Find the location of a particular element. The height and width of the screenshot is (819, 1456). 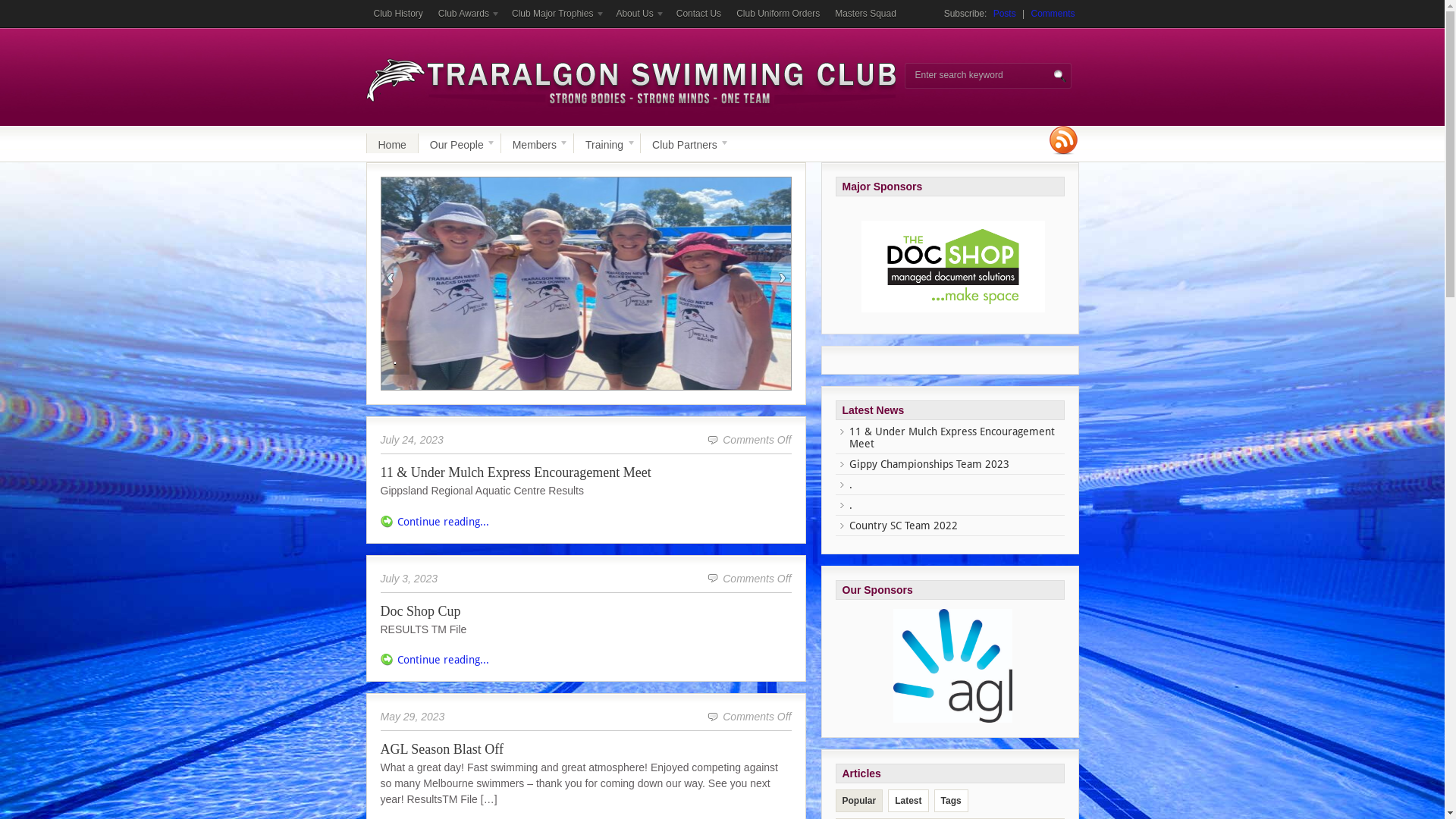

'.' is located at coordinates (851, 505).